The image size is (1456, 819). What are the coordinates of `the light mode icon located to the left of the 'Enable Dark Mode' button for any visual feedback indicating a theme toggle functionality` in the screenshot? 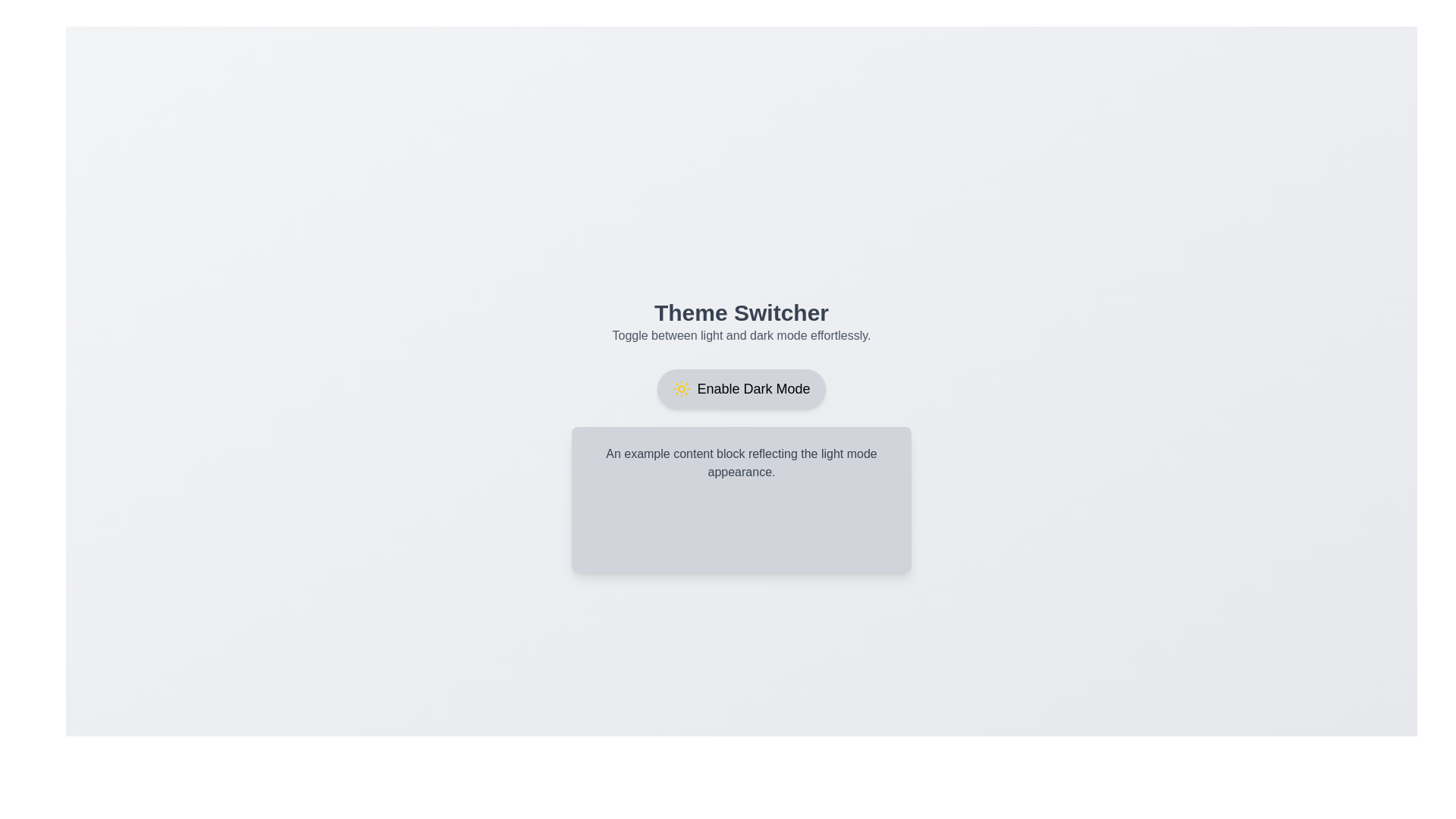 It's located at (681, 388).